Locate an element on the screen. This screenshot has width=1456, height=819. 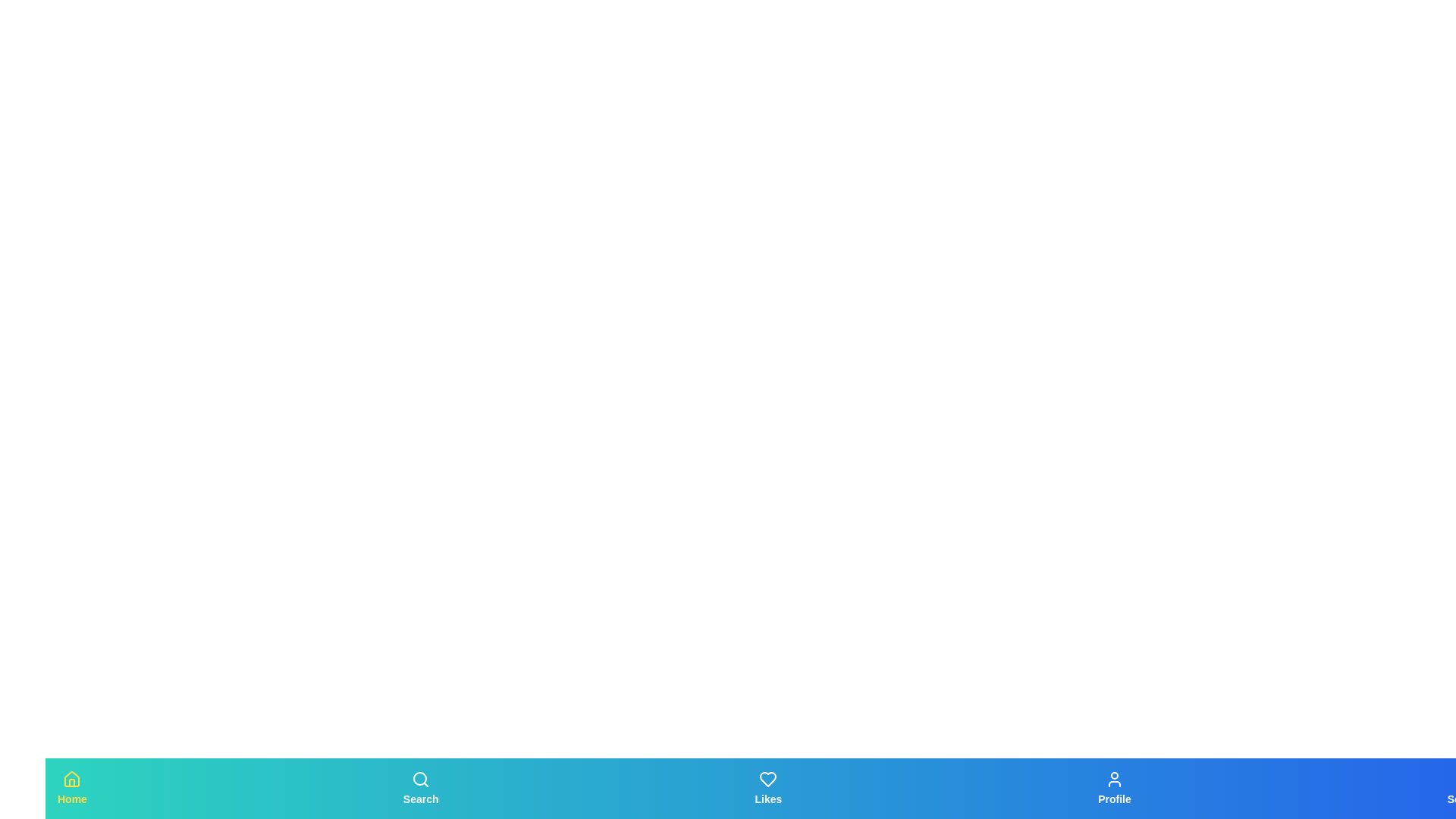
the tab labeled Home to observe the scaling effect is located at coordinates (71, 788).